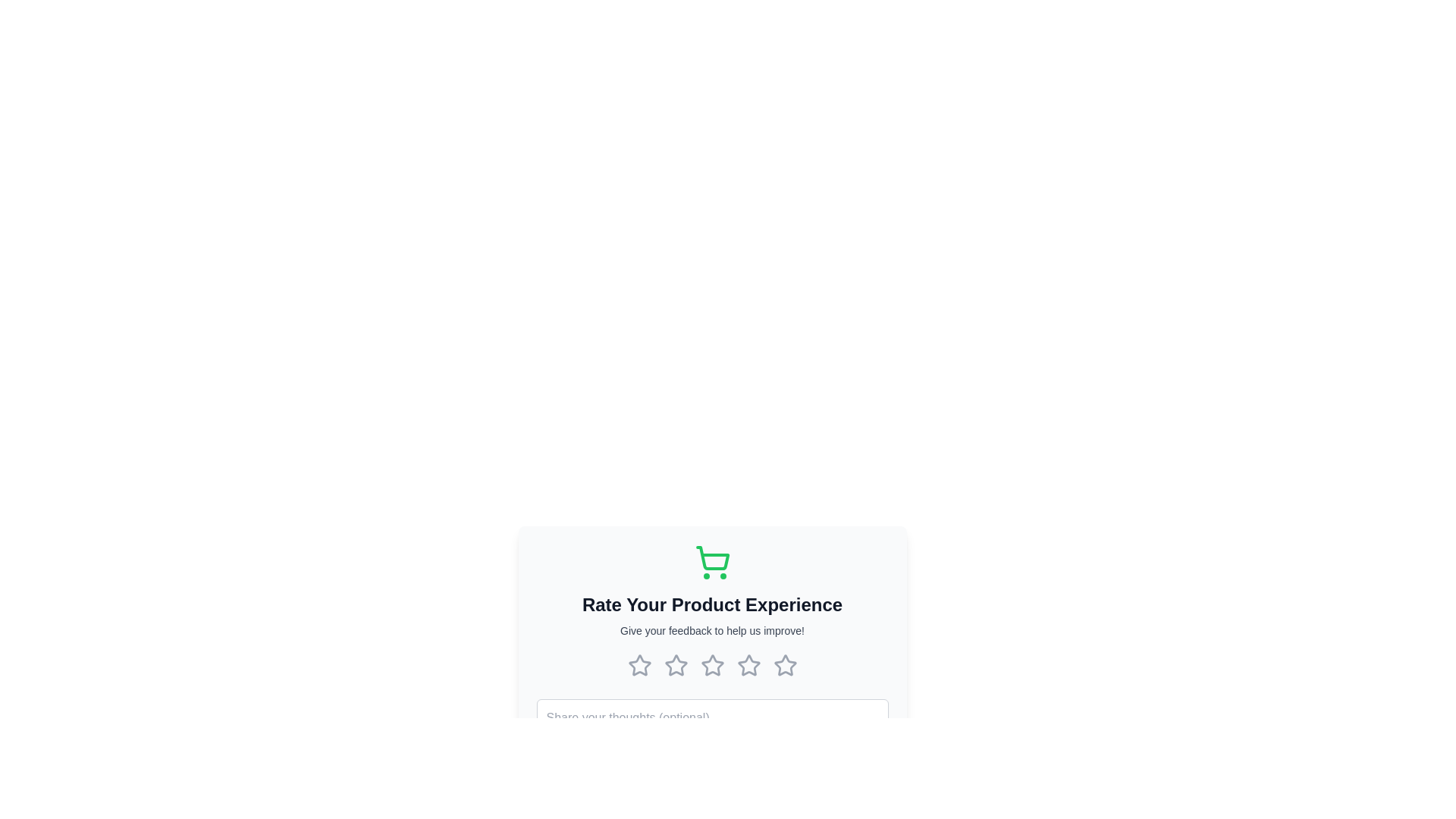 This screenshot has width=1456, height=819. What do you see at coordinates (711, 562) in the screenshot?
I see `the green shopping cart icon located at the top of the card section, which is above the text 'Rate Your Product Experience'` at bounding box center [711, 562].